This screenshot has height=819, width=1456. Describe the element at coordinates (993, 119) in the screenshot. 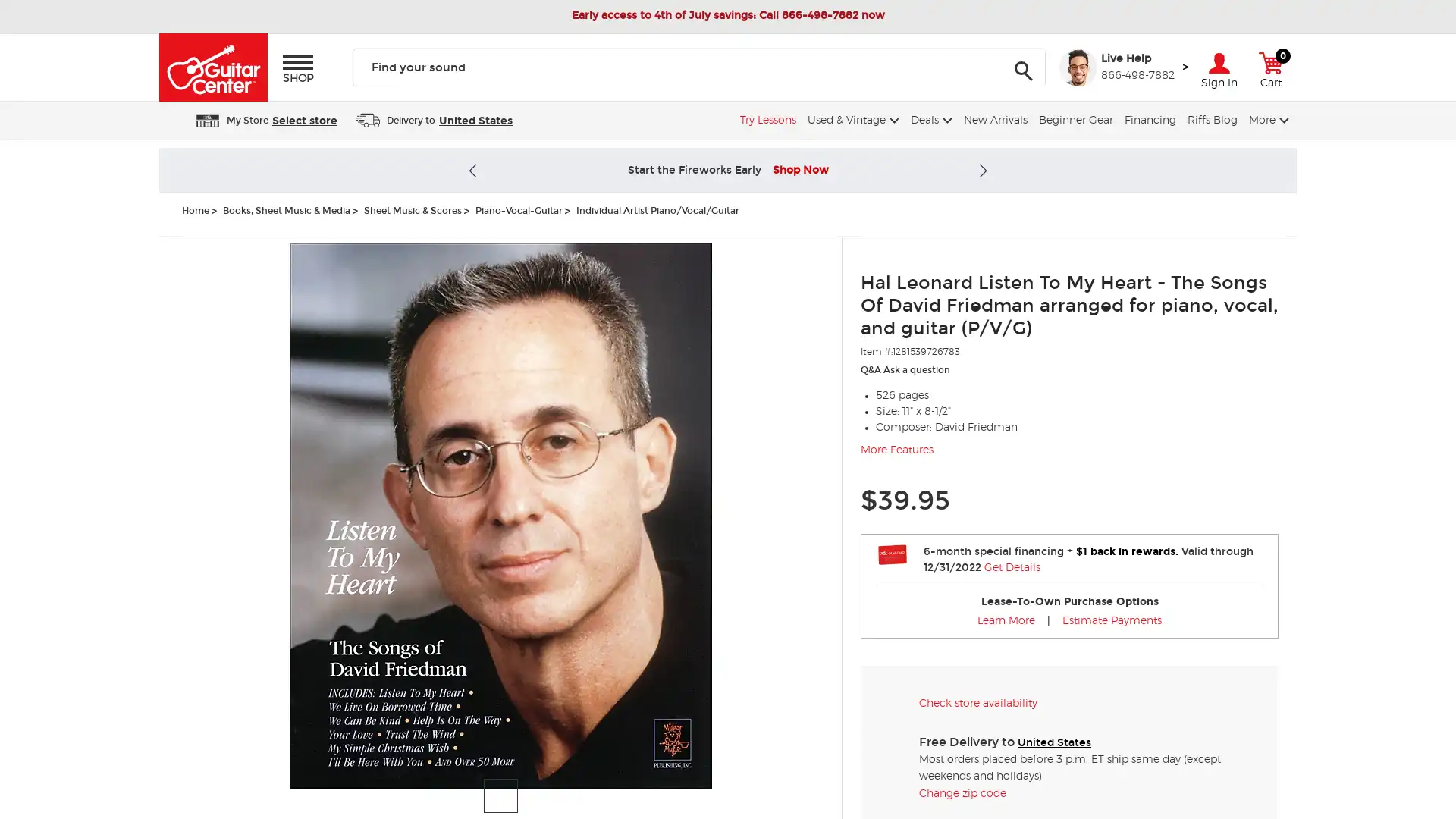

I see `New Arrivals` at that location.